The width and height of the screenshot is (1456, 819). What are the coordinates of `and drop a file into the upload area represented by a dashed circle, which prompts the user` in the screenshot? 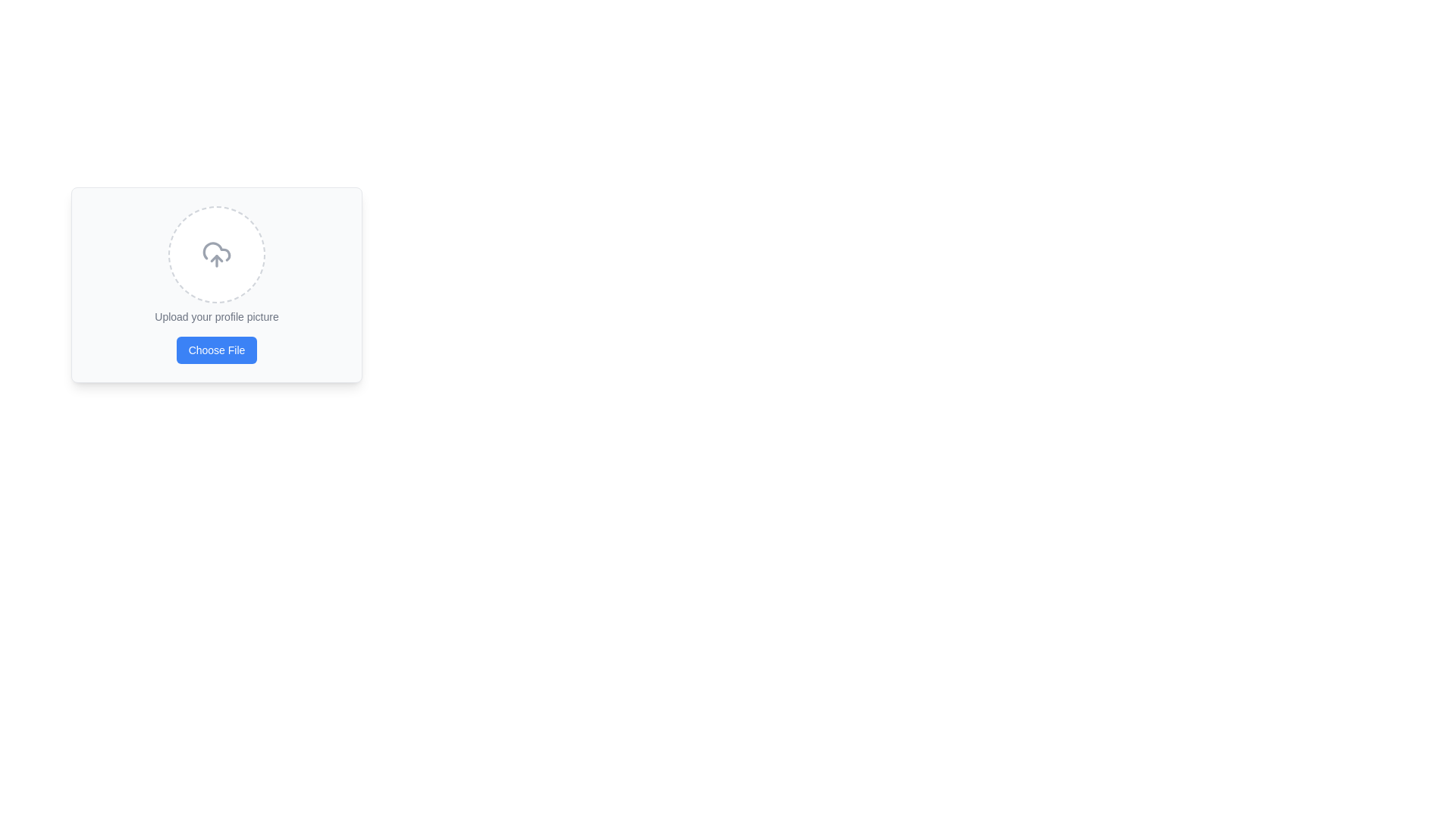 It's located at (216, 265).